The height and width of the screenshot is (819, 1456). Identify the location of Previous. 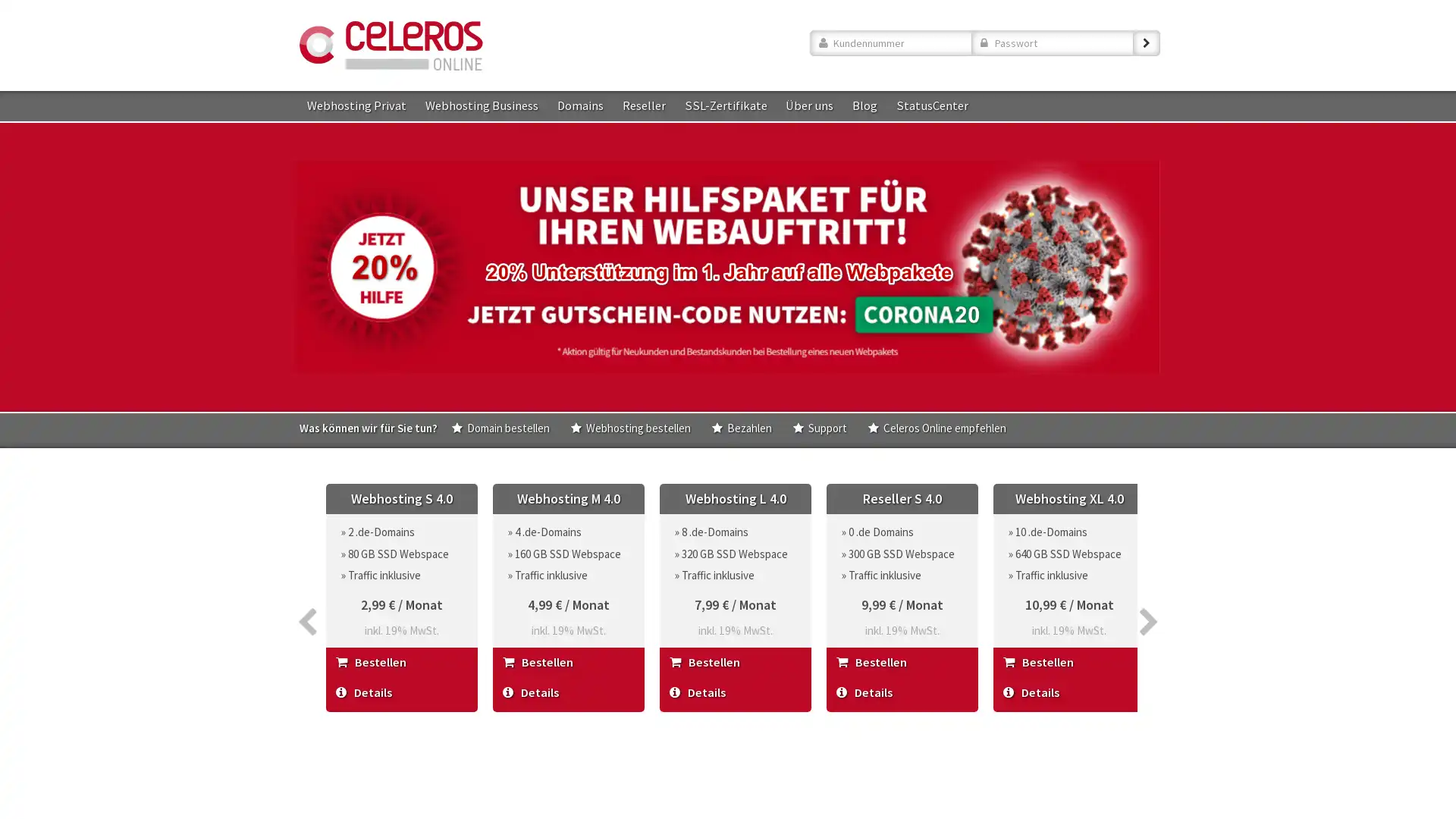
(306, 581).